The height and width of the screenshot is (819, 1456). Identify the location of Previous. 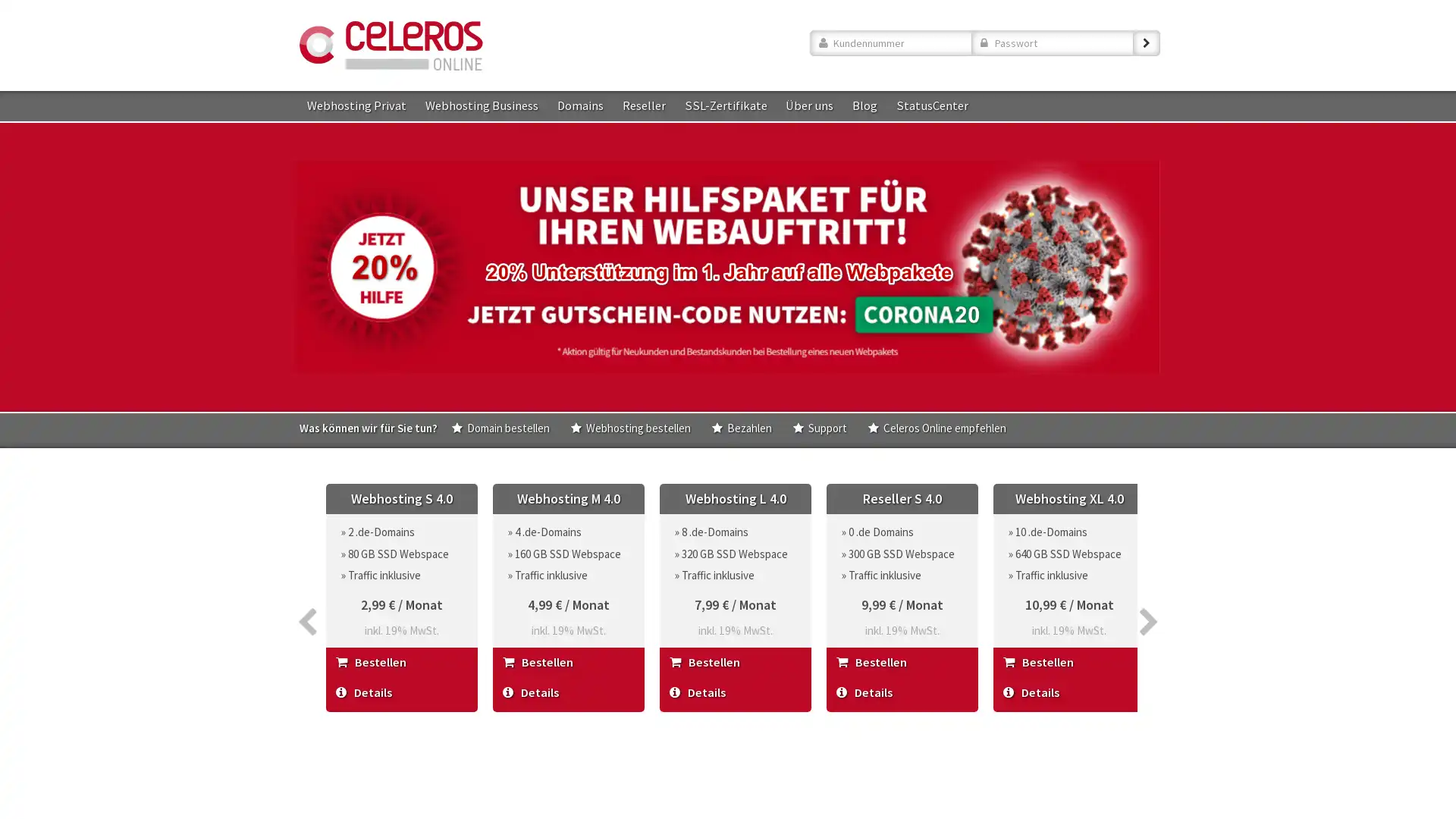
(306, 581).